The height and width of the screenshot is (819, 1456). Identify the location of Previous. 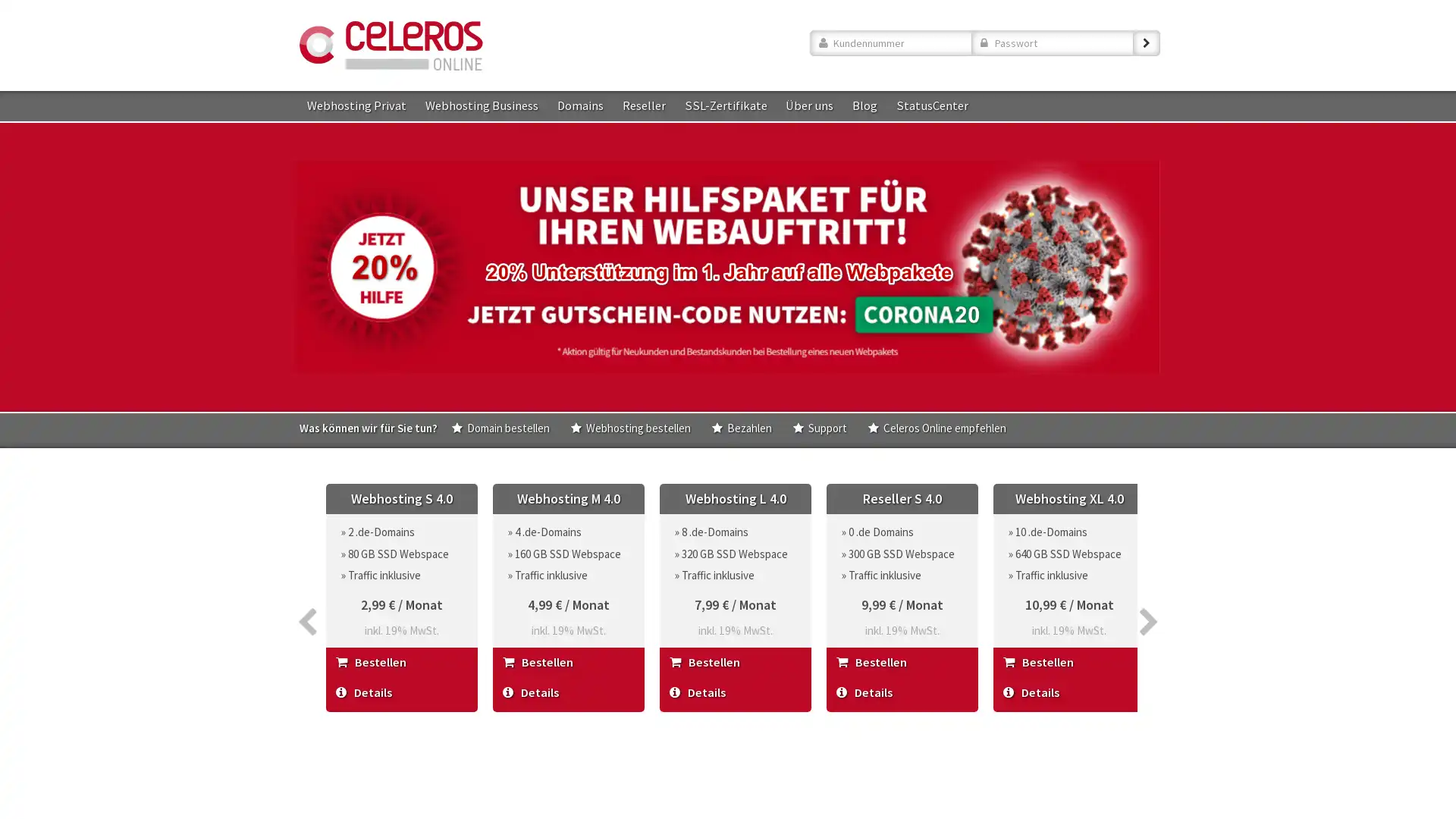
(306, 581).